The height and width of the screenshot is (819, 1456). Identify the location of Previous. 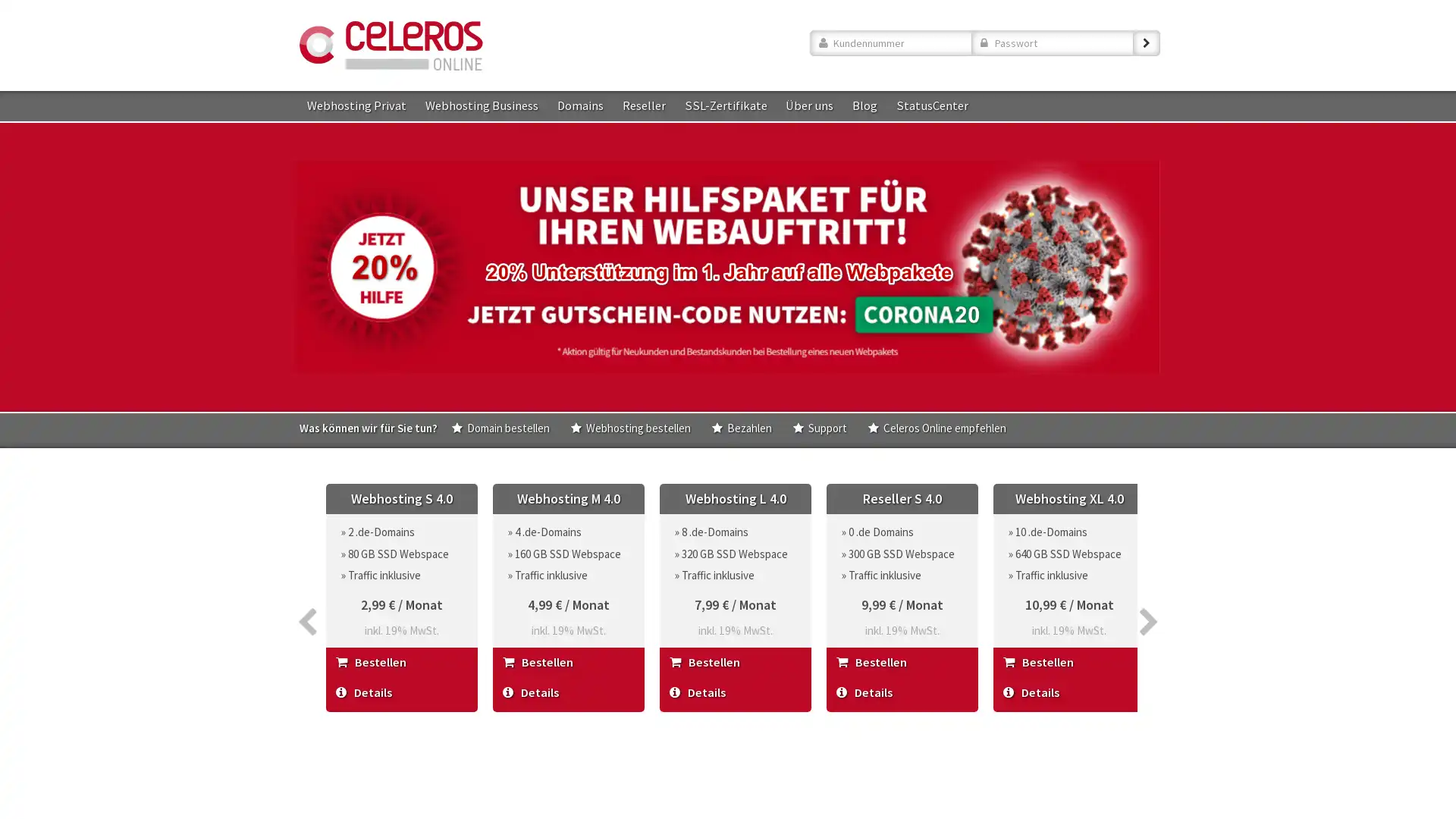
(306, 581).